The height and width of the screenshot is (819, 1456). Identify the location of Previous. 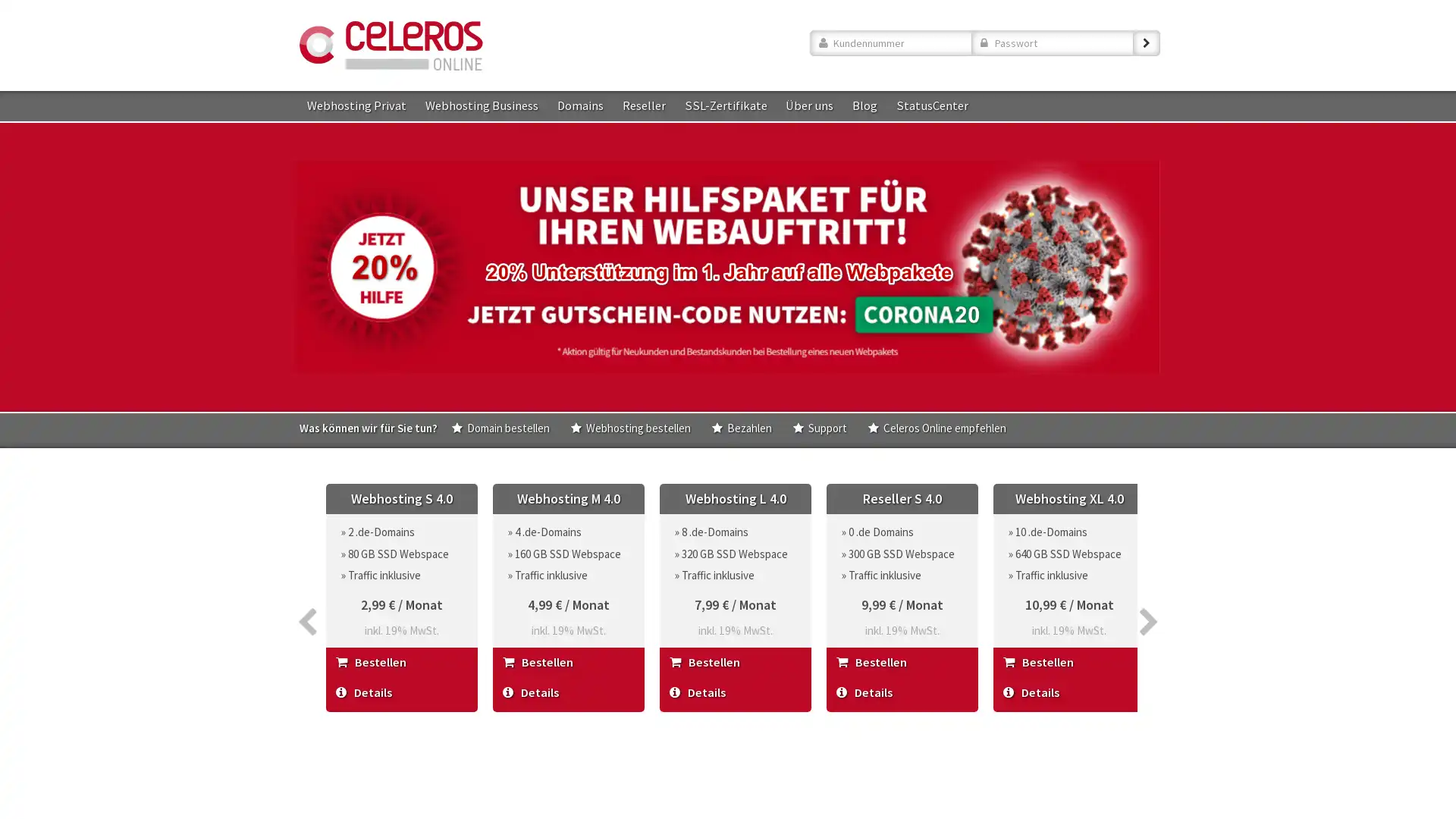
(306, 581).